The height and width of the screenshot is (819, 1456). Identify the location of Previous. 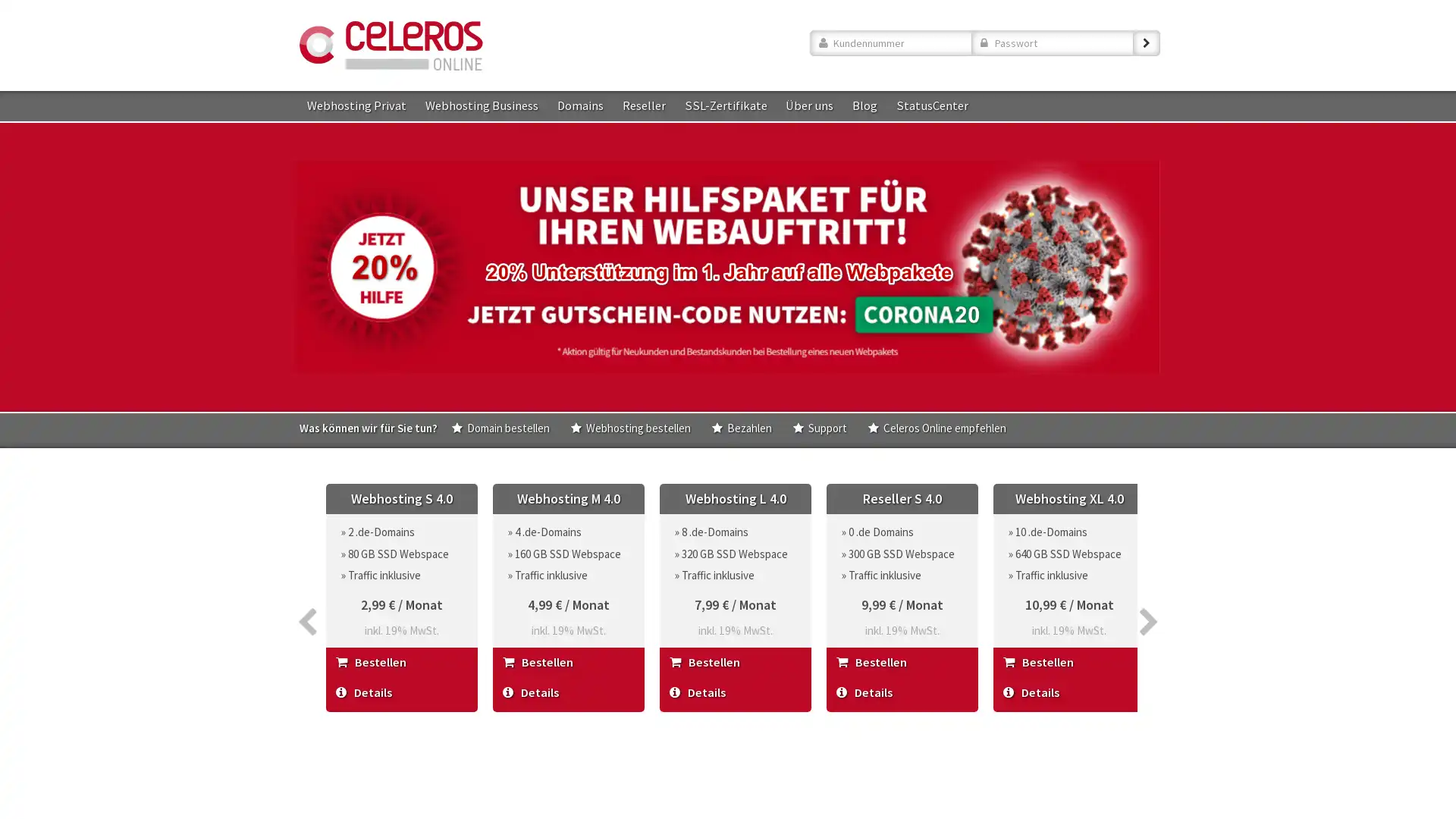
(306, 581).